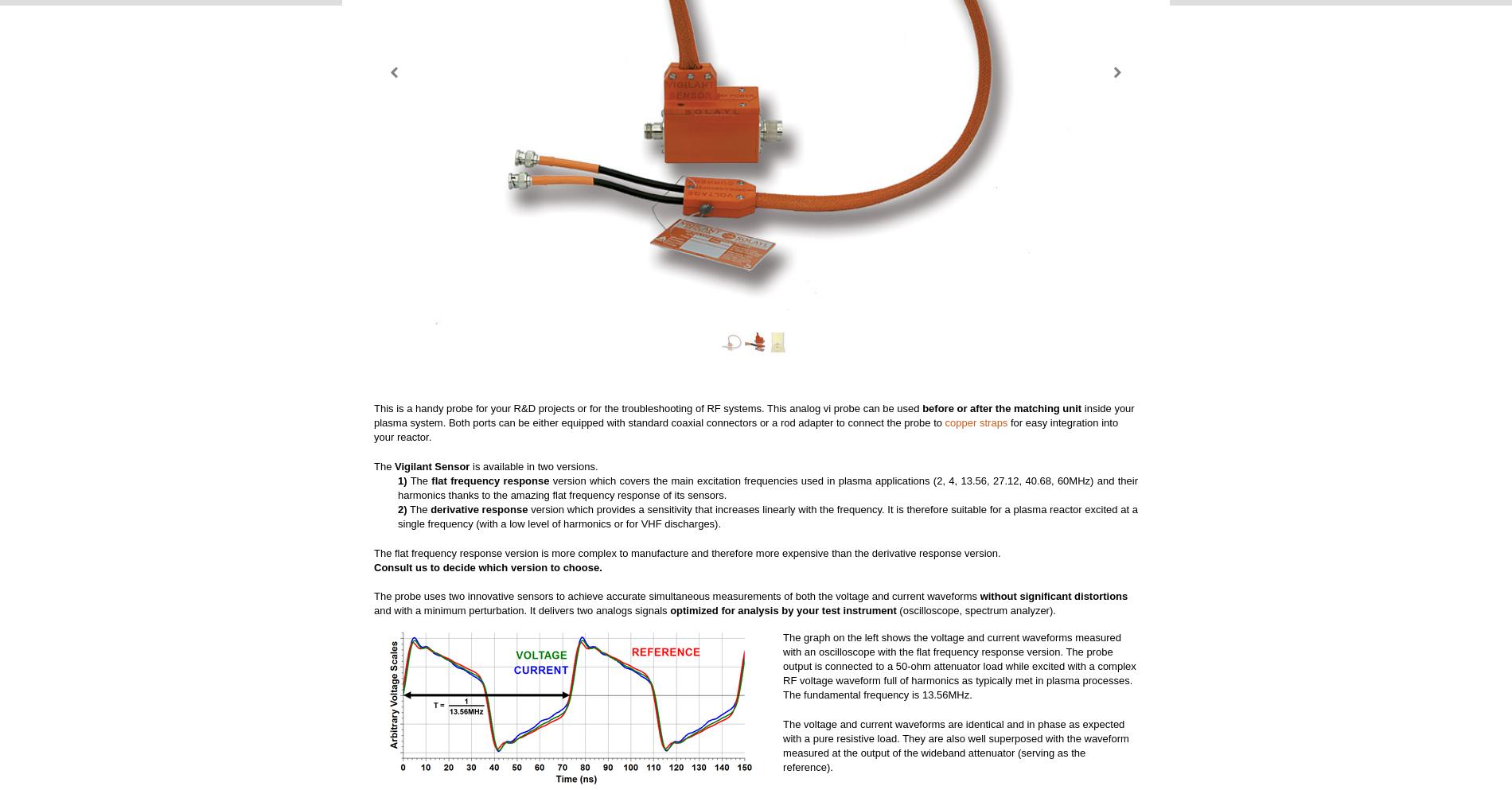 This screenshot has width=1512, height=790. I want to click on 'before or after the matching unit', so click(1000, 407).